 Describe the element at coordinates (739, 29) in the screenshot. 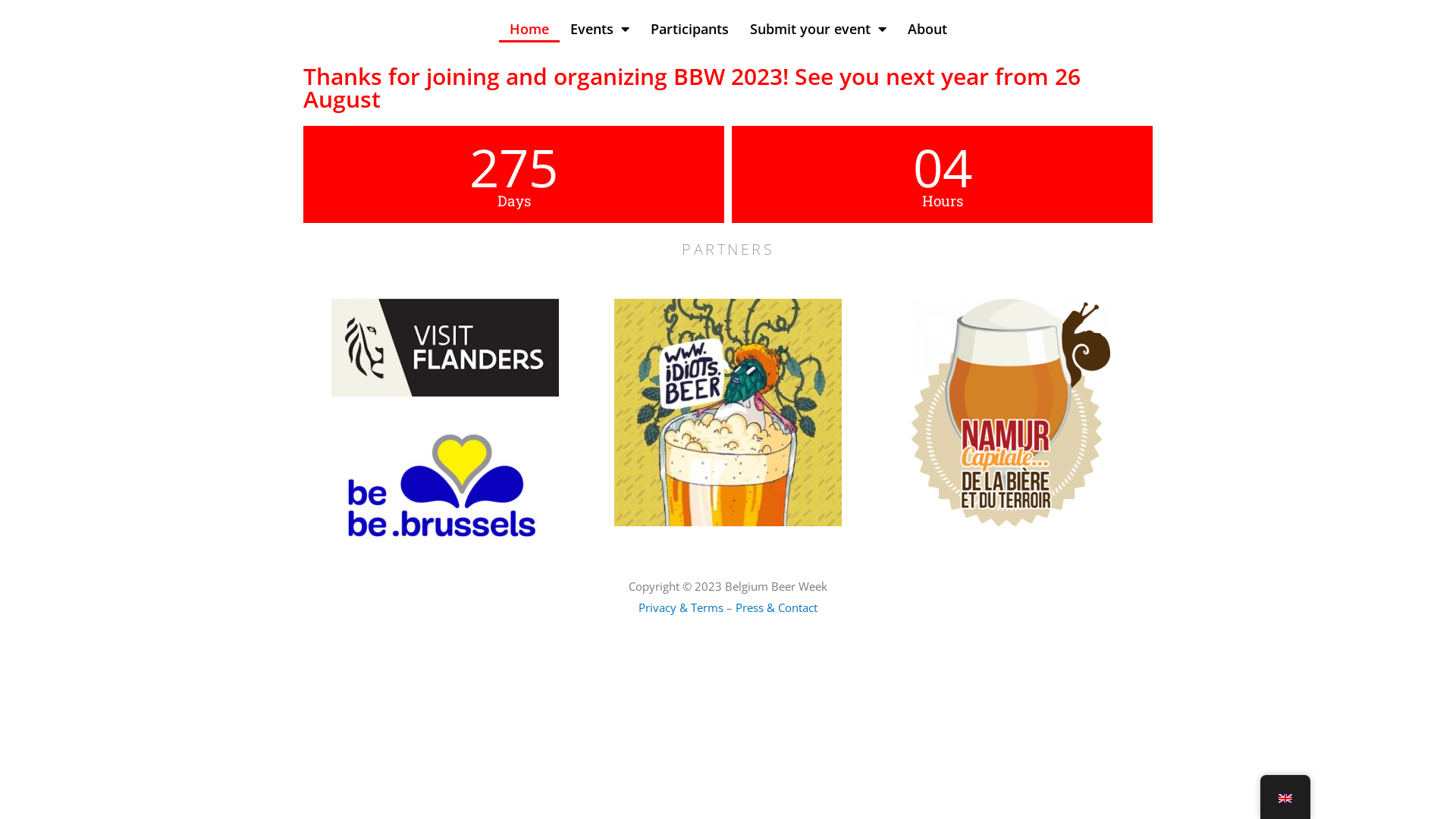

I see `'Submit your event'` at that location.